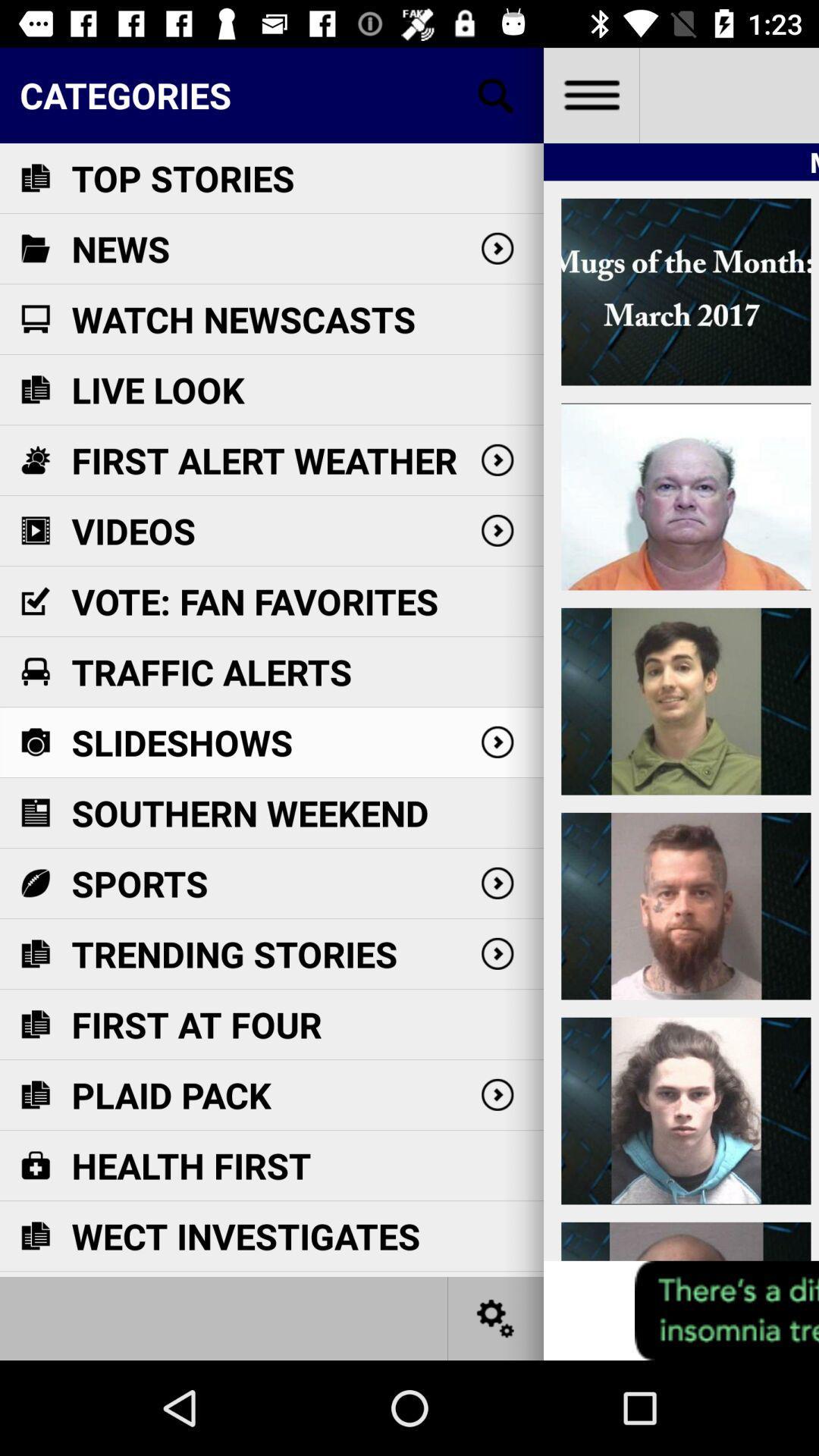 This screenshot has width=819, height=1456. What do you see at coordinates (496, 94) in the screenshot?
I see `the search icon` at bounding box center [496, 94].